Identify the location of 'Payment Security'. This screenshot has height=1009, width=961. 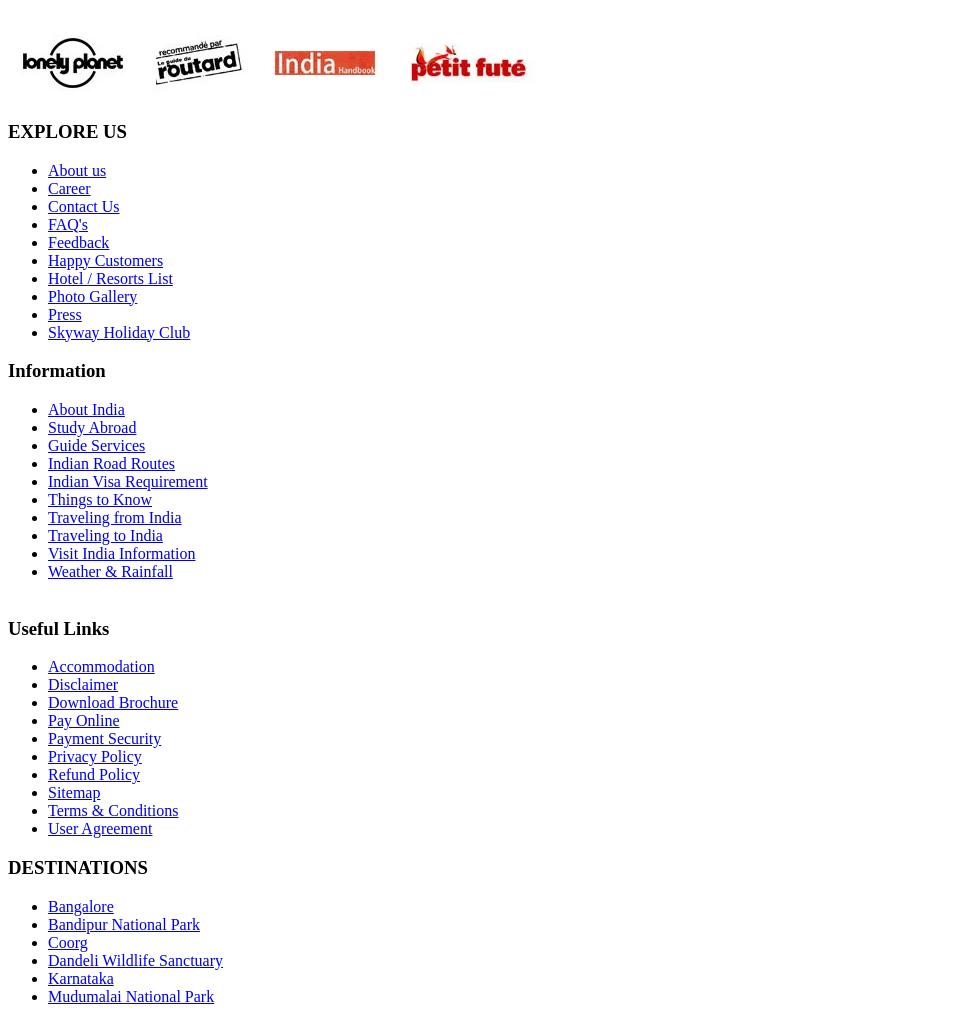
(46, 738).